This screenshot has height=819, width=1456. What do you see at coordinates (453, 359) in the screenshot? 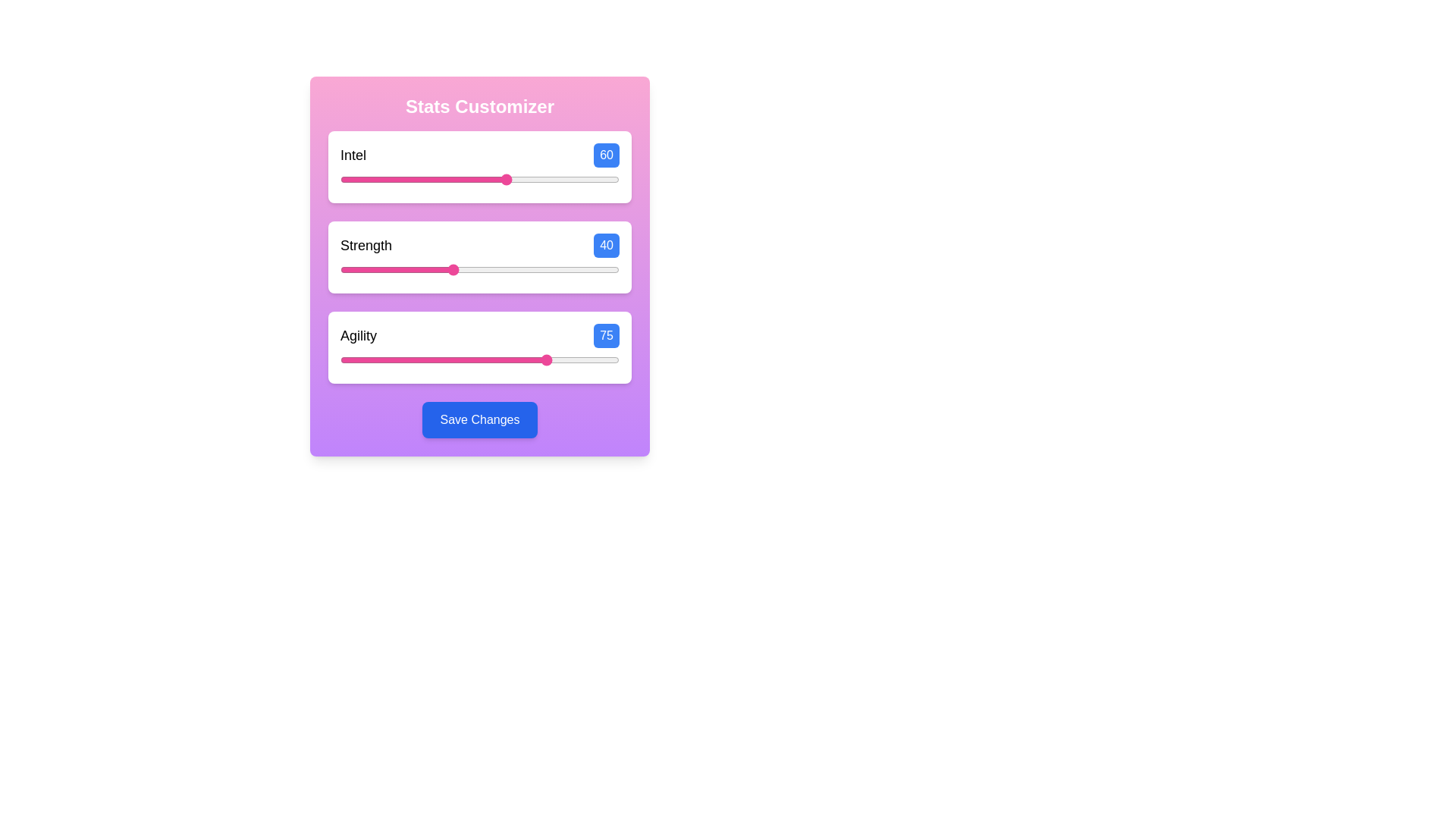
I see `the agility value` at bounding box center [453, 359].